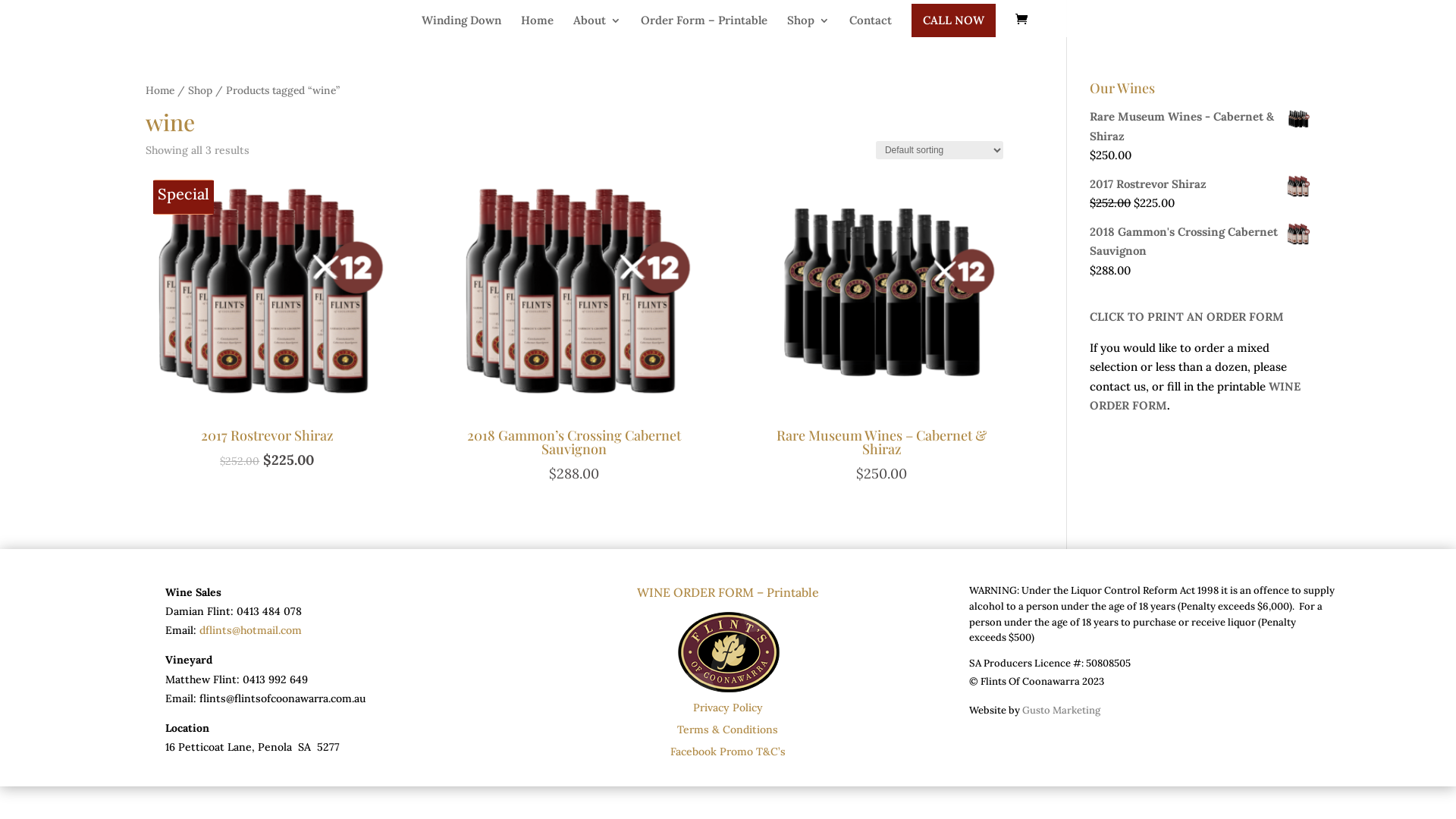 The width and height of the screenshot is (1456, 819). I want to click on 'Home', so click(160, 90).